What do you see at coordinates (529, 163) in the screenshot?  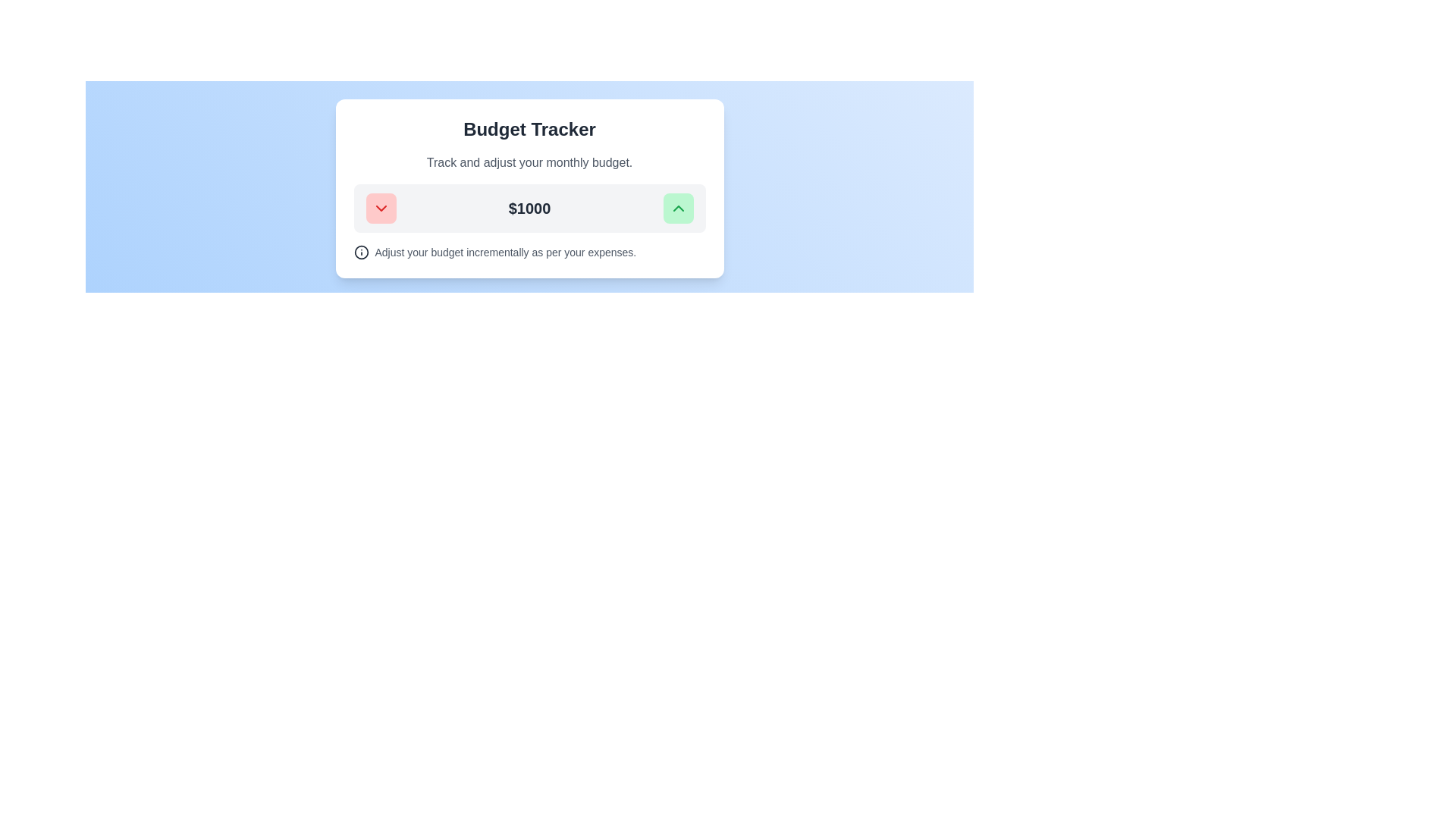 I see `the descriptive label text for the budget tracking tool, which is the second element after the header 'Budget Tracker'` at bounding box center [529, 163].